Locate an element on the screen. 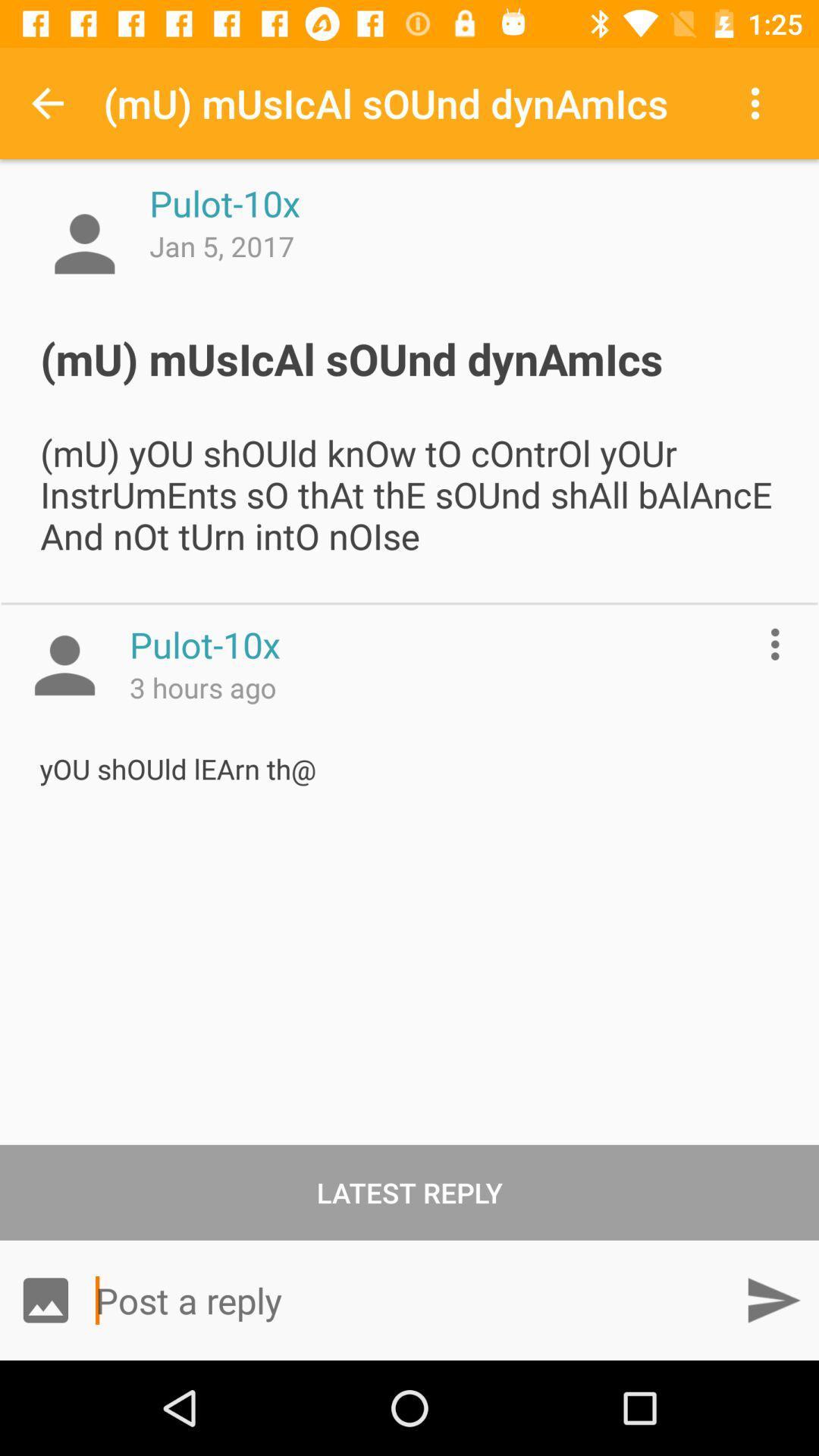 The width and height of the screenshot is (819, 1456). the icon below the latest reply item is located at coordinates (45, 1299).